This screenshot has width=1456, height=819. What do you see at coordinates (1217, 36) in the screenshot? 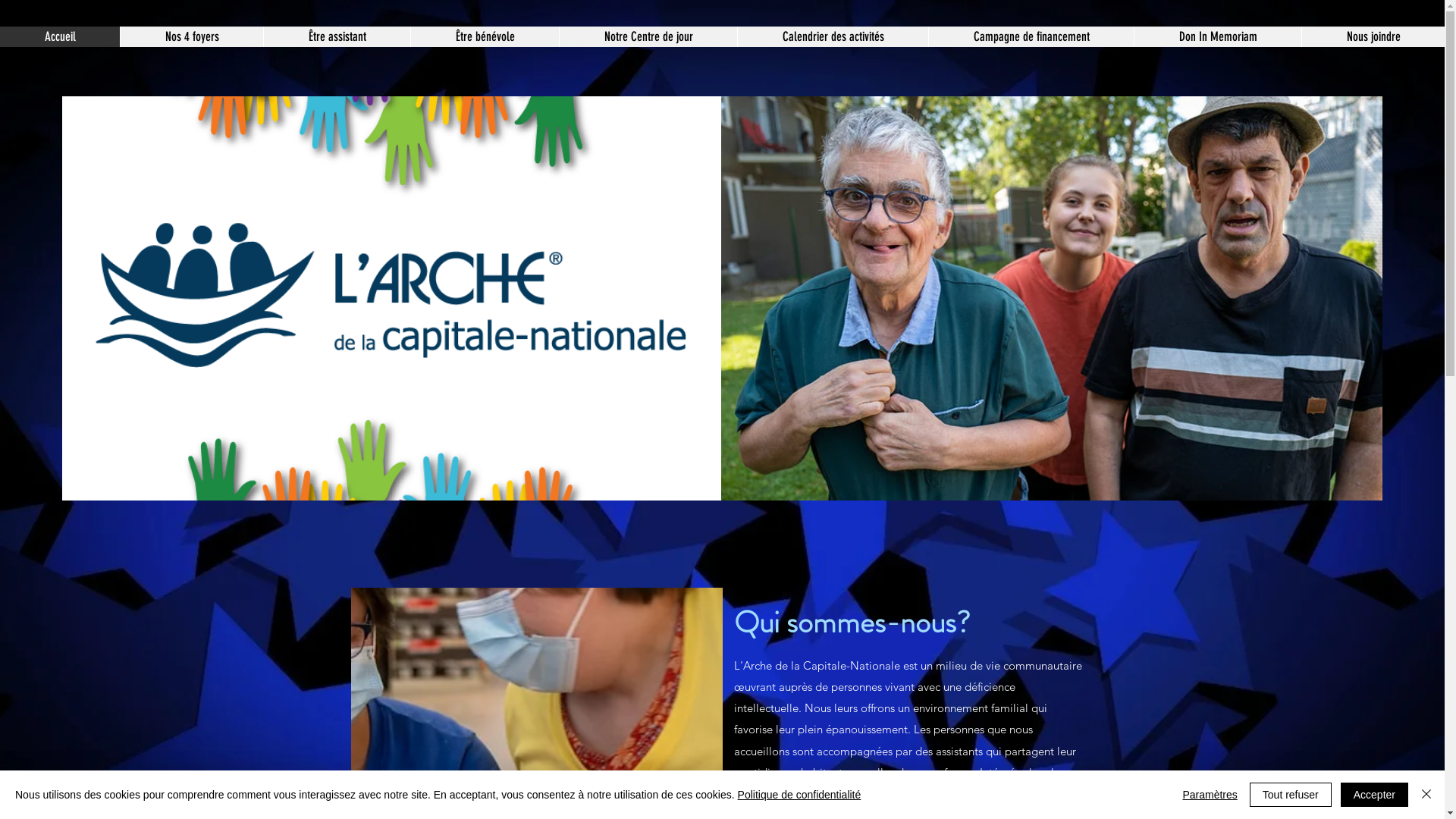
I see `'Don In Memoriam'` at bounding box center [1217, 36].